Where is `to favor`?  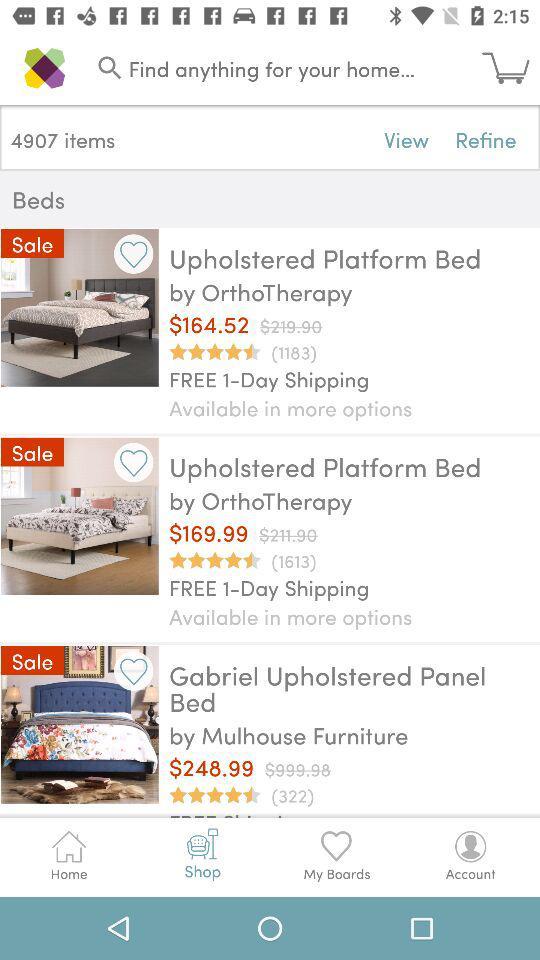 to favor is located at coordinates (133, 462).